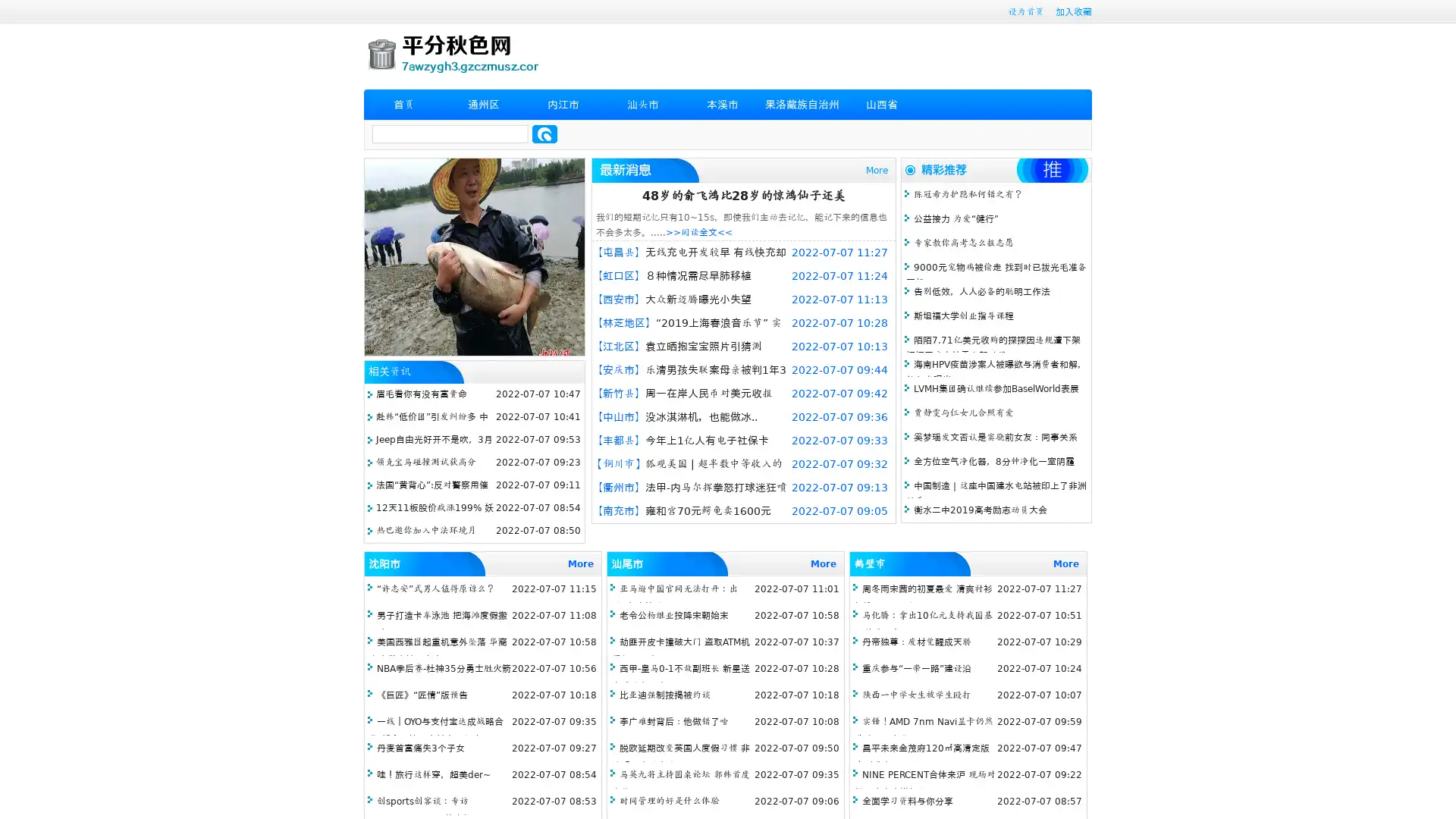 The image size is (1456, 819). I want to click on Search, so click(544, 133).